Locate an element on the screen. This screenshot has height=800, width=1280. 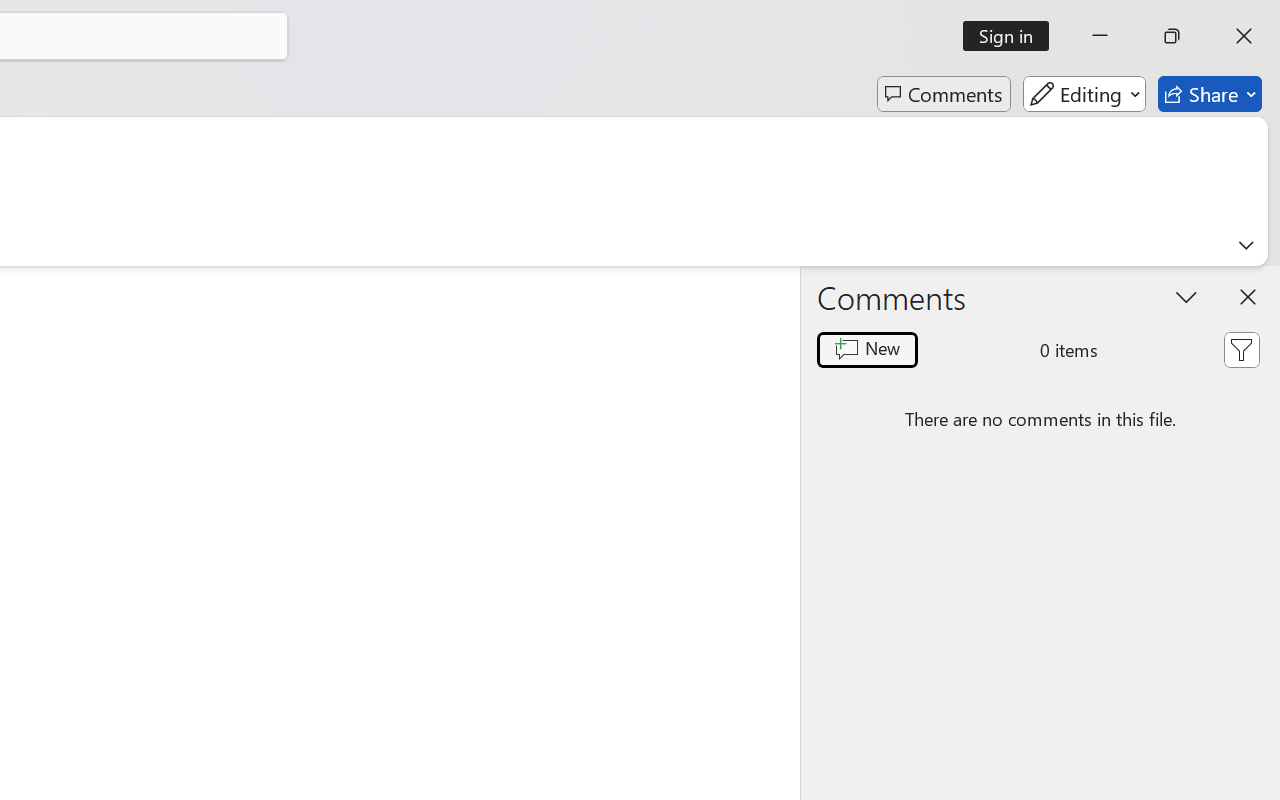
'Filter' is located at coordinates (1240, 350).